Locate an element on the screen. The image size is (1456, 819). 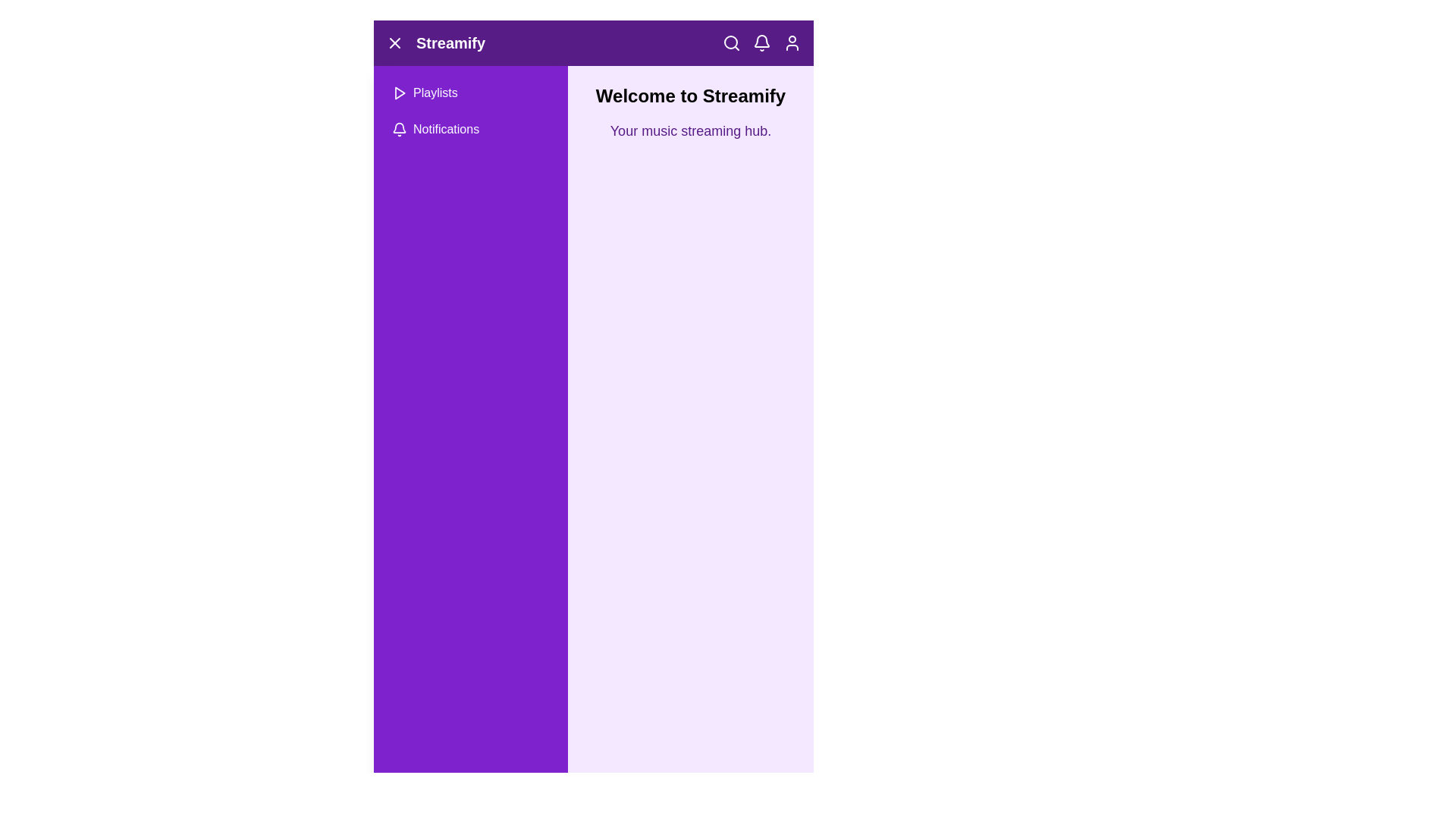
the SVG Circle that represents the lens of the magnifying glass in the top-right corner of the navigation bar is located at coordinates (731, 42).